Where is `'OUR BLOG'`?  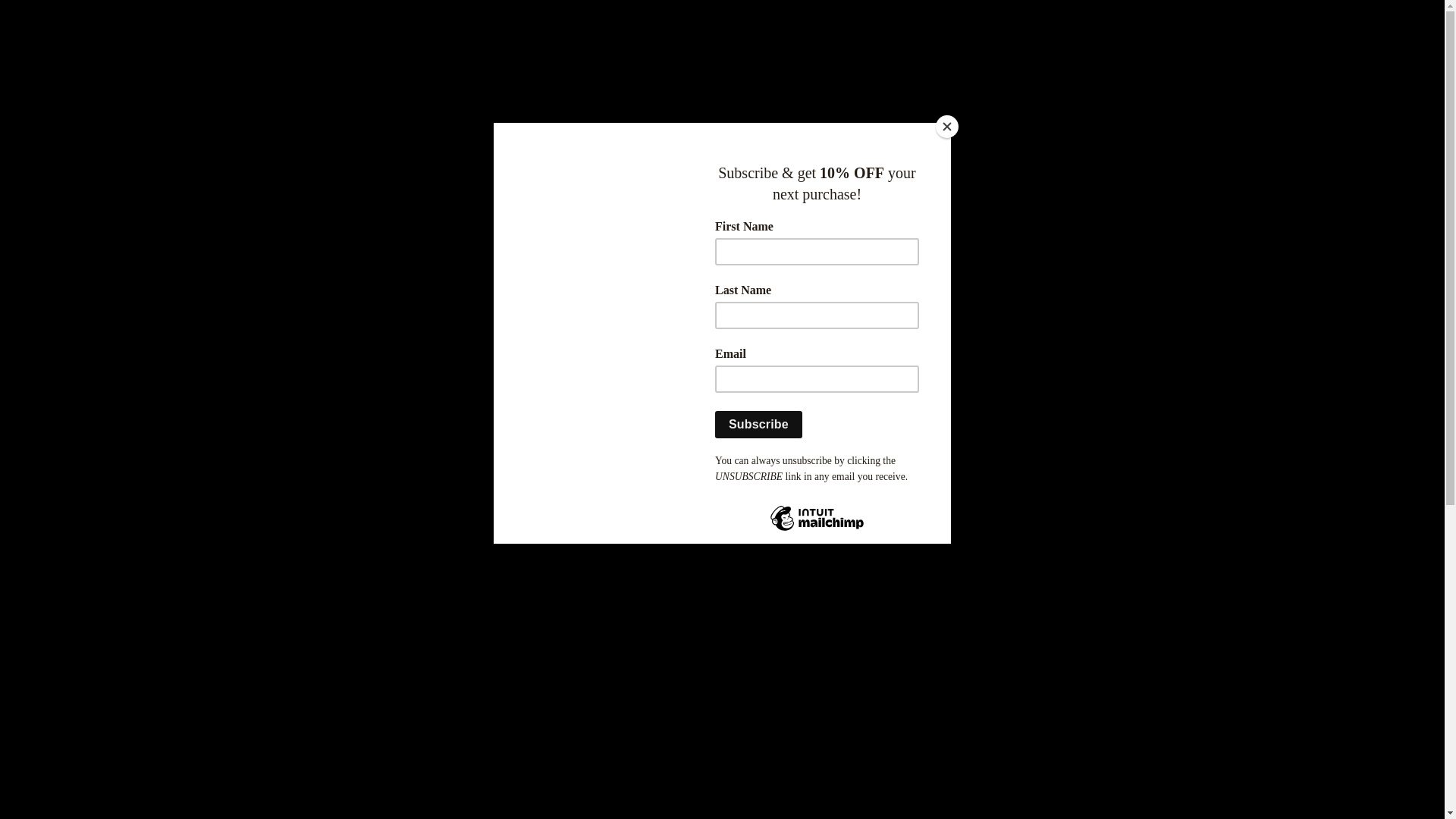 'OUR BLOG' is located at coordinates (1015, 314).